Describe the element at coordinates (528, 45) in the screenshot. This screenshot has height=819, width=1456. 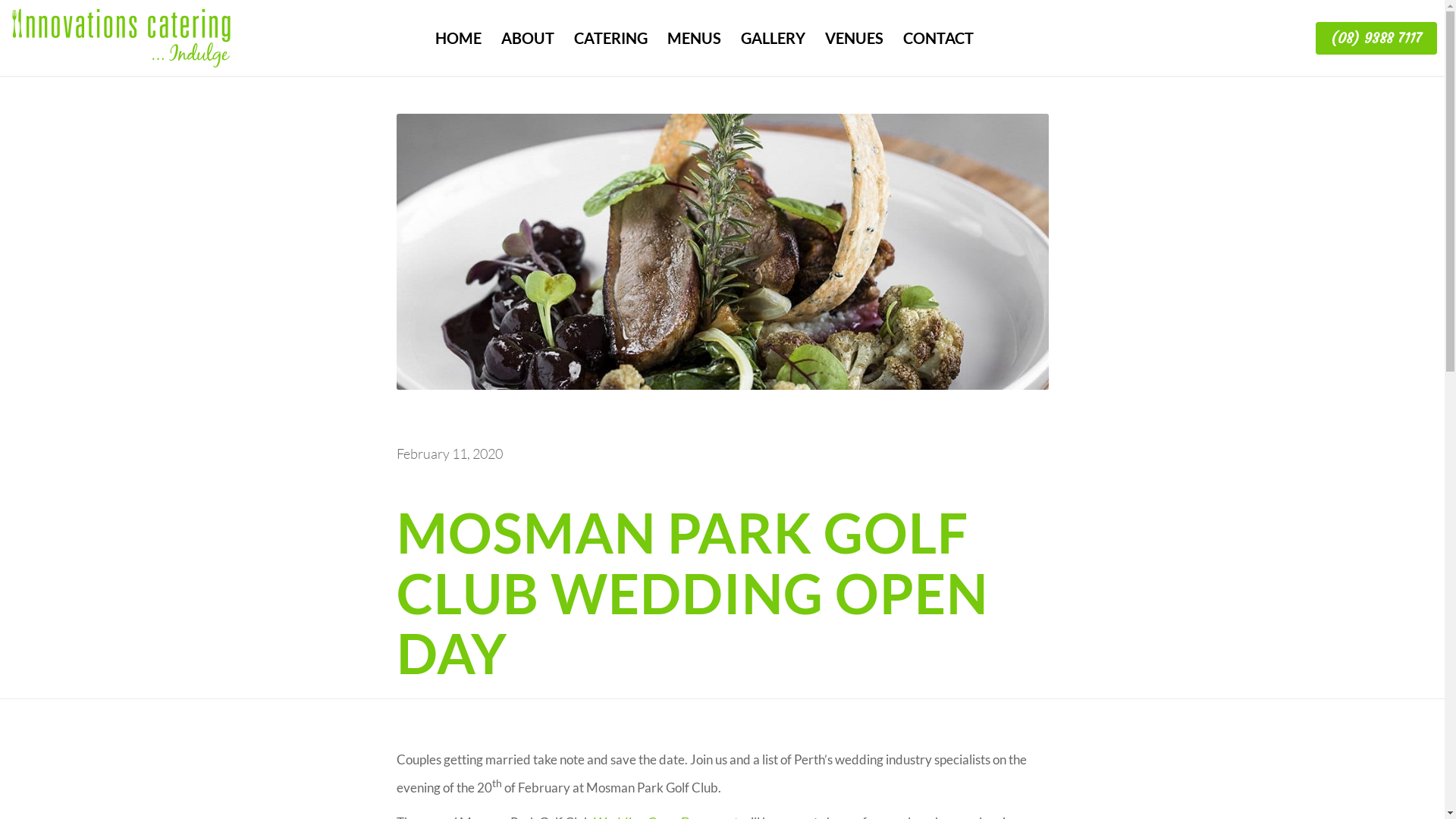
I see `'ABOUT'` at that location.